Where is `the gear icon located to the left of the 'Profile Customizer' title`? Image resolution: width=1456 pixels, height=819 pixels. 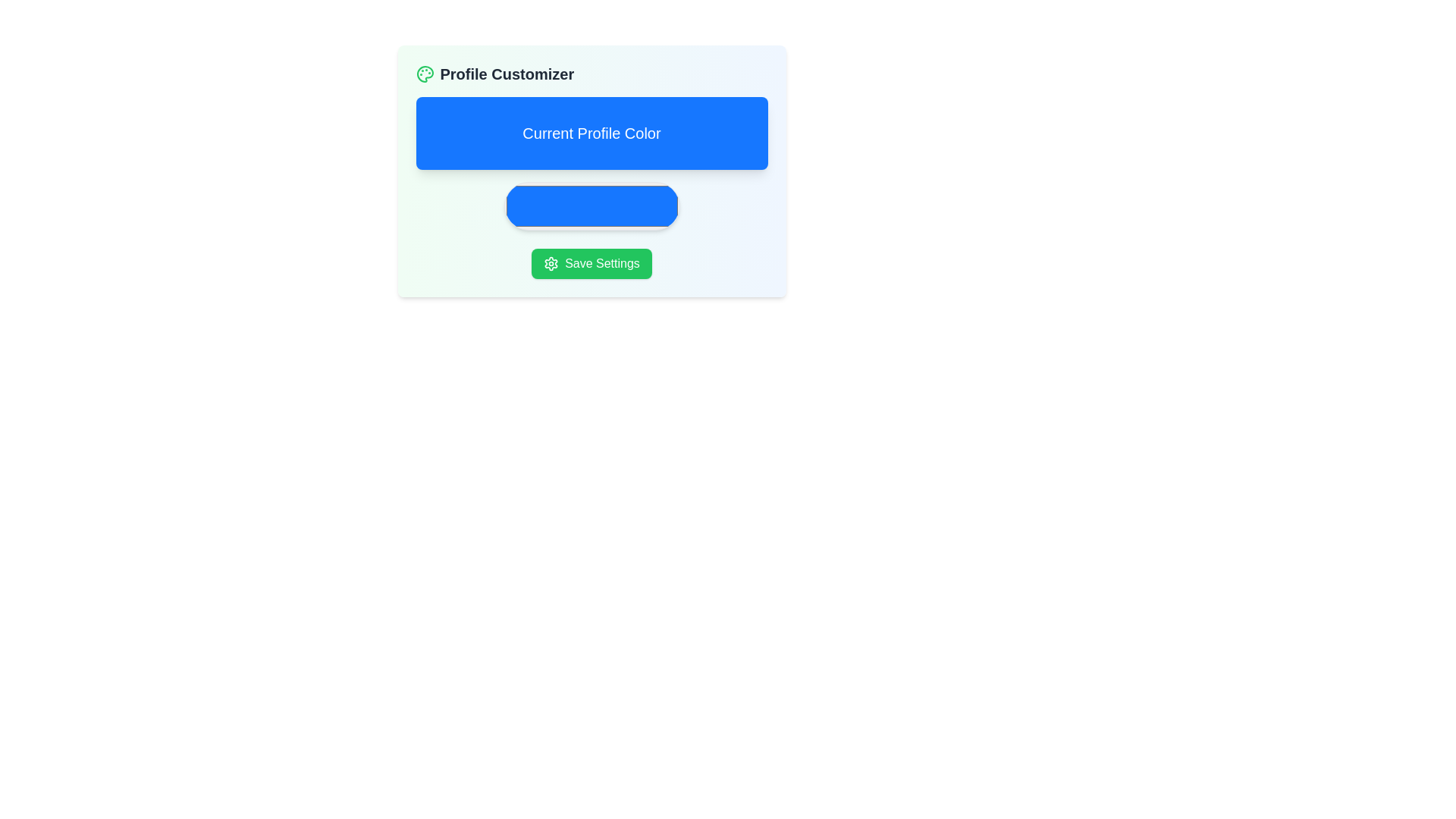 the gear icon located to the left of the 'Profile Customizer' title is located at coordinates (551, 262).